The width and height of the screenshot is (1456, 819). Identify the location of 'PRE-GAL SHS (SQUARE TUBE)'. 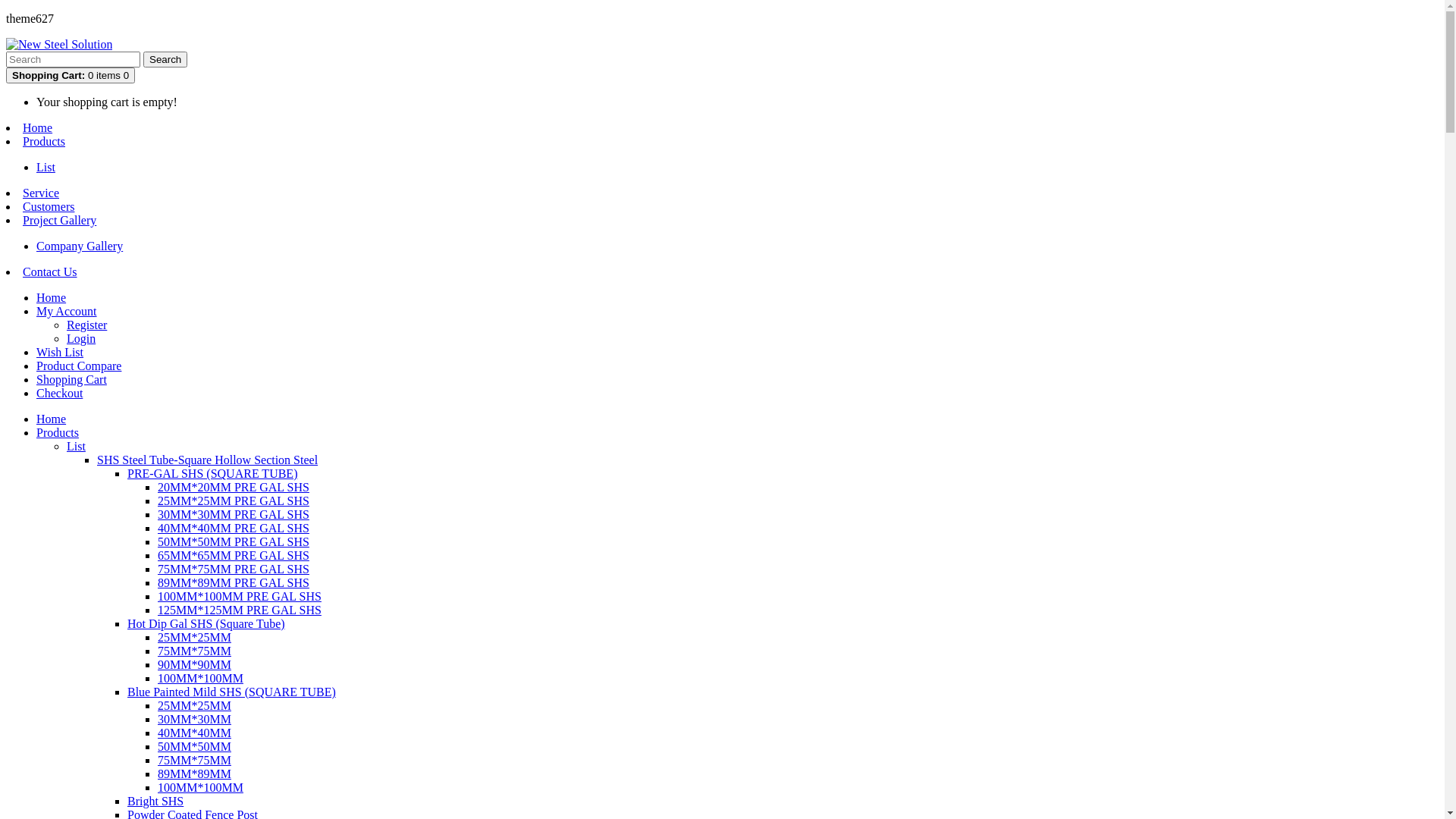
(127, 472).